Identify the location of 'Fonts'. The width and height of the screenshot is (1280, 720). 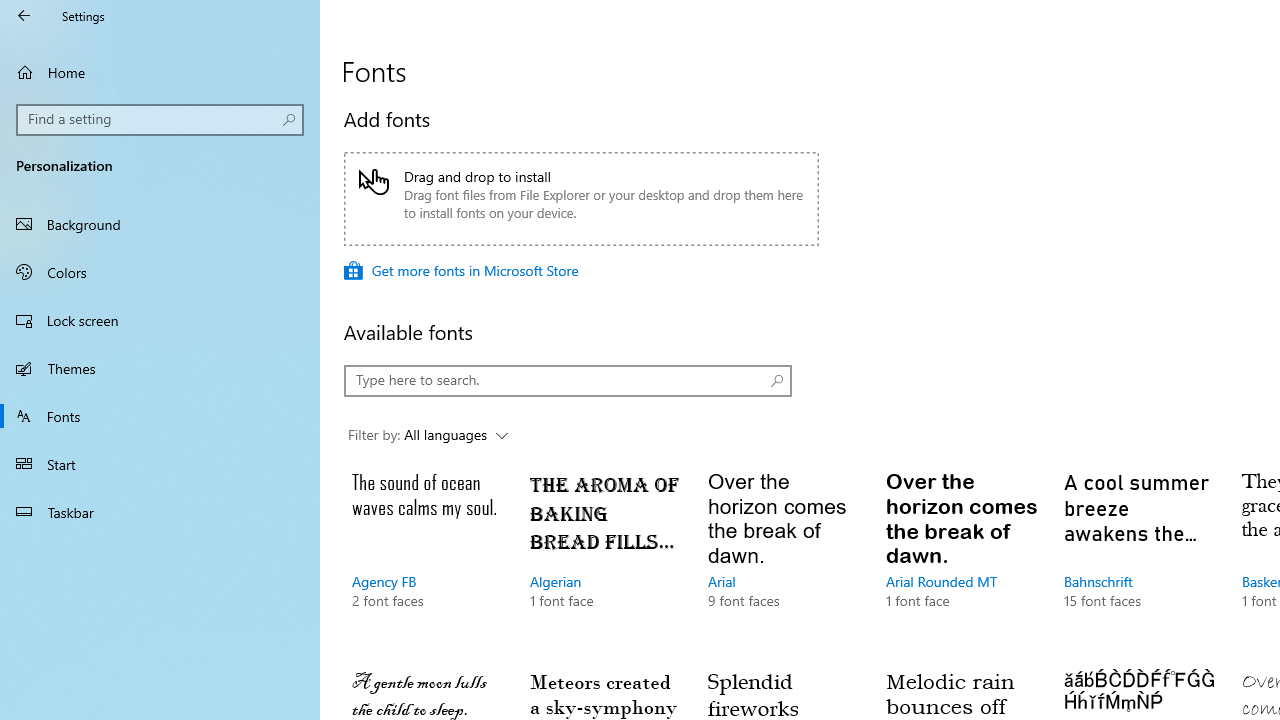
(160, 414).